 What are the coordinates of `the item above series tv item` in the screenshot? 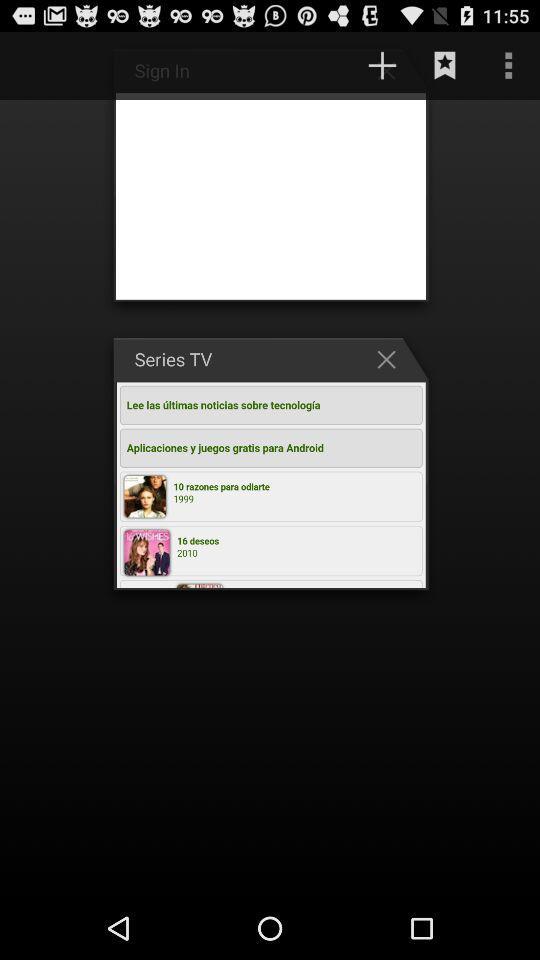 It's located at (382, 65).